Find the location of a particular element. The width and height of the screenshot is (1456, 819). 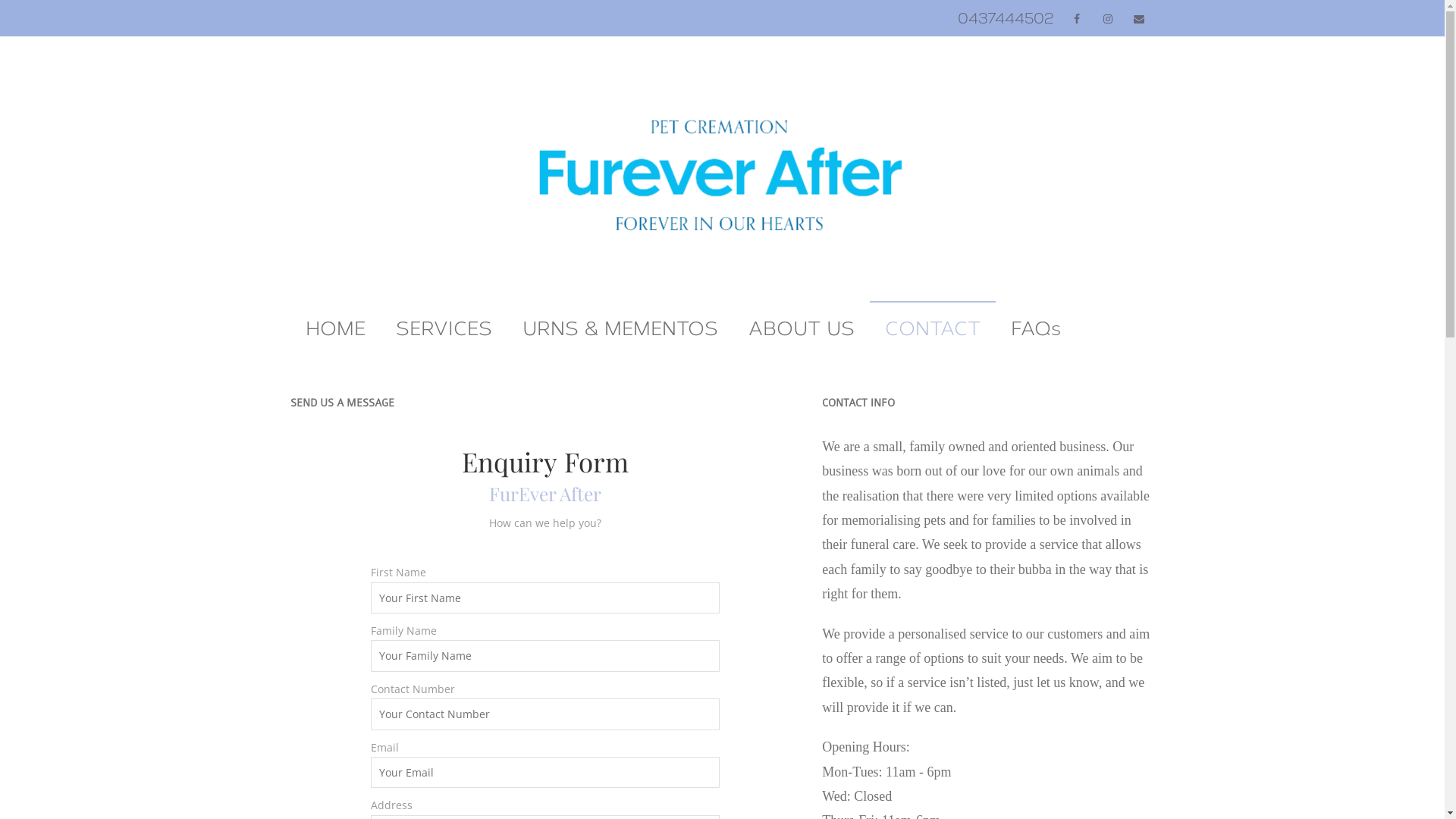

'HOME' is located at coordinates (290, 328).